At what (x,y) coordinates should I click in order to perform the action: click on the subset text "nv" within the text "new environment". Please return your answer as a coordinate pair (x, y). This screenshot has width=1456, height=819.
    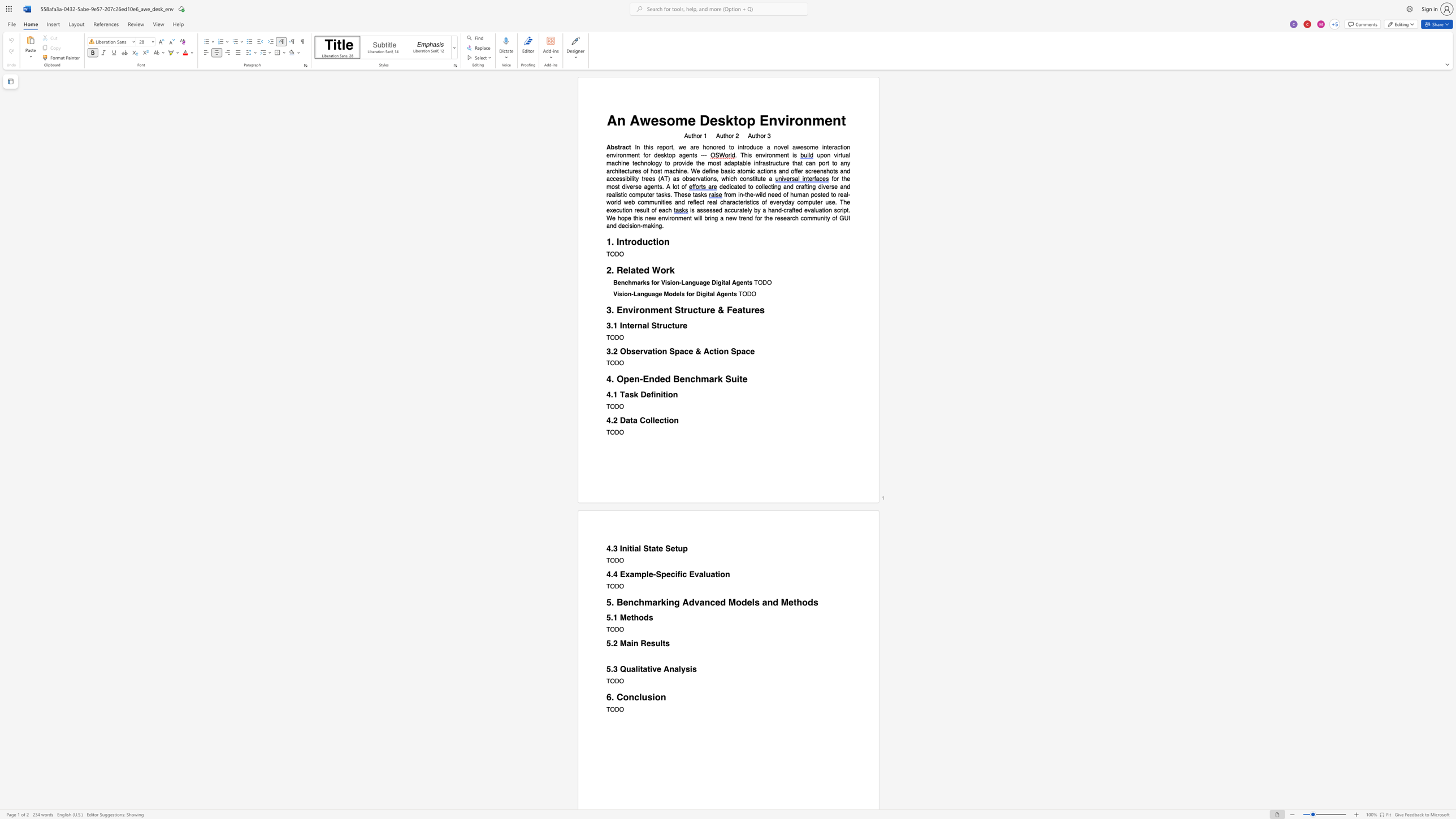
    Looking at the image, I should click on (661, 218).